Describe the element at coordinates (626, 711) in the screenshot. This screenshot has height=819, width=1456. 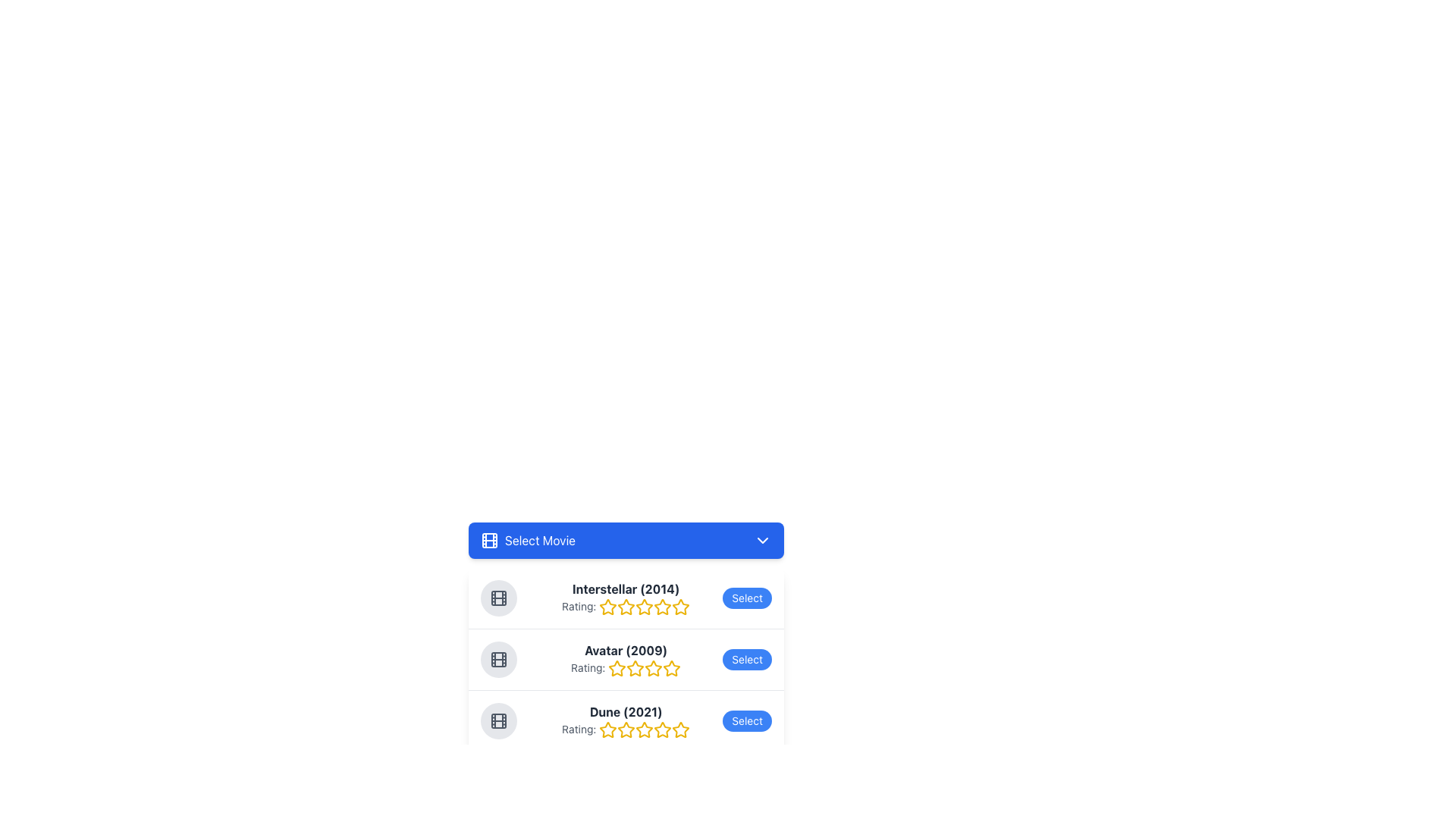
I see `the bold dark-gray static text titled 'Dune (2021)' which is located in the third movie entry of the listing interface` at that location.